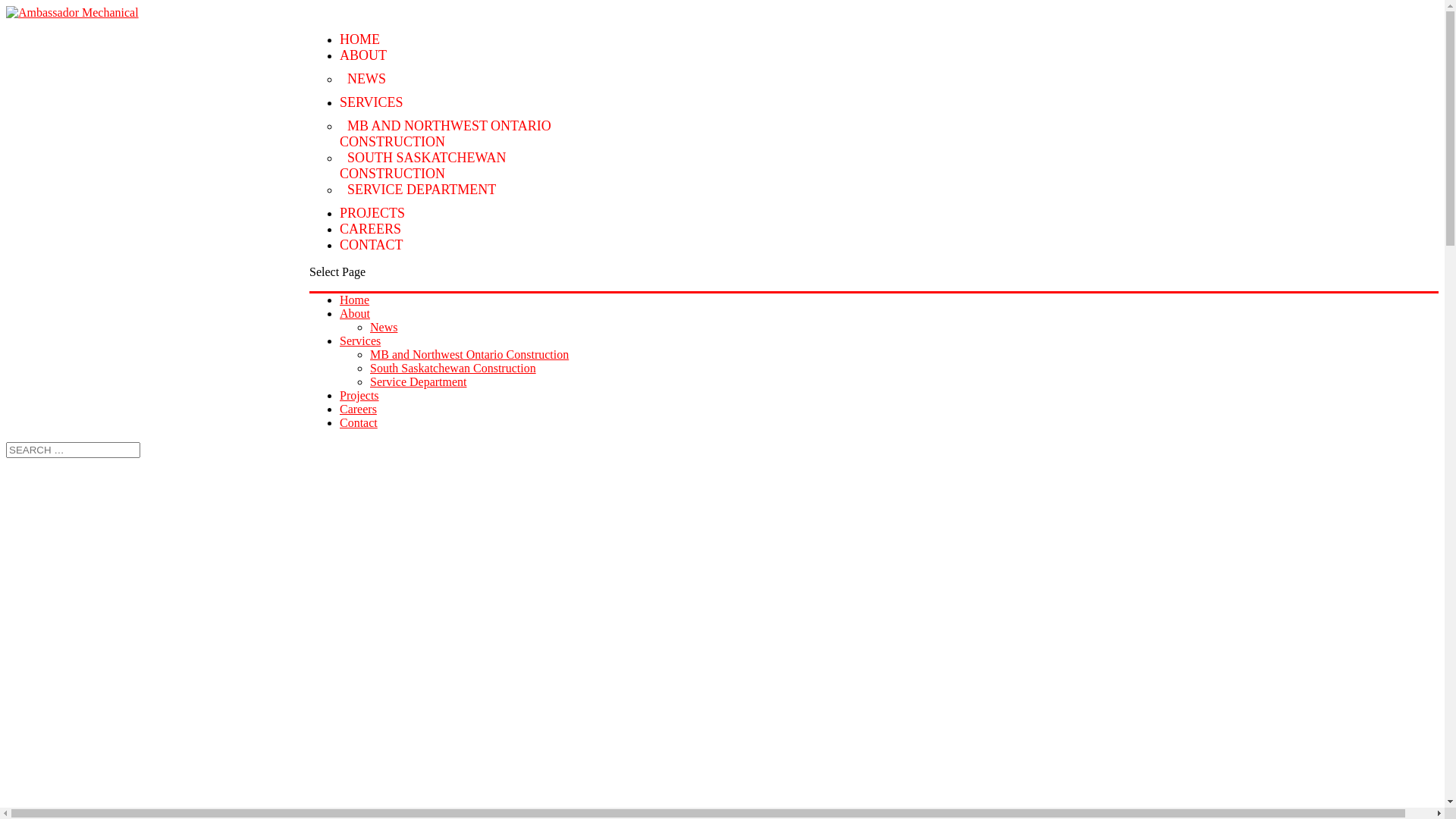 This screenshot has height=819, width=1456. I want to click on 'Contact', so click(358, 422).